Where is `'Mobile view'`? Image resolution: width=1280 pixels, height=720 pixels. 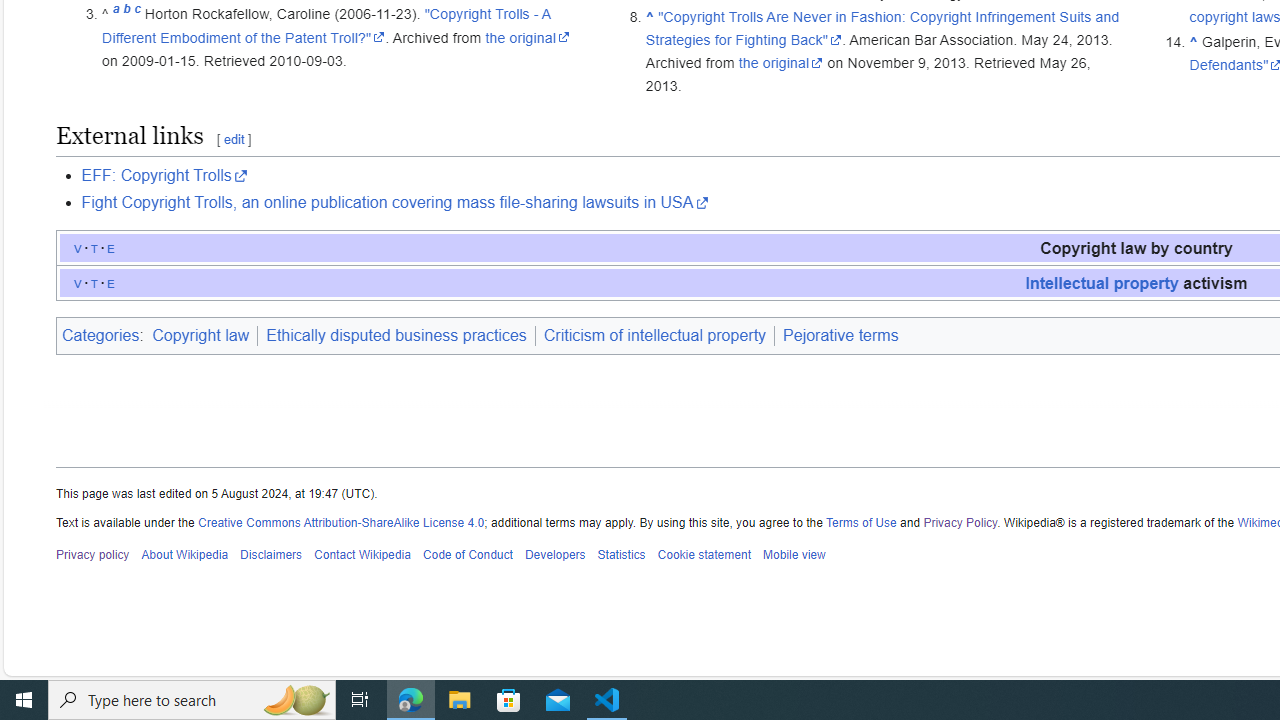 'Mobile view' is located at coordinates (792, 555).